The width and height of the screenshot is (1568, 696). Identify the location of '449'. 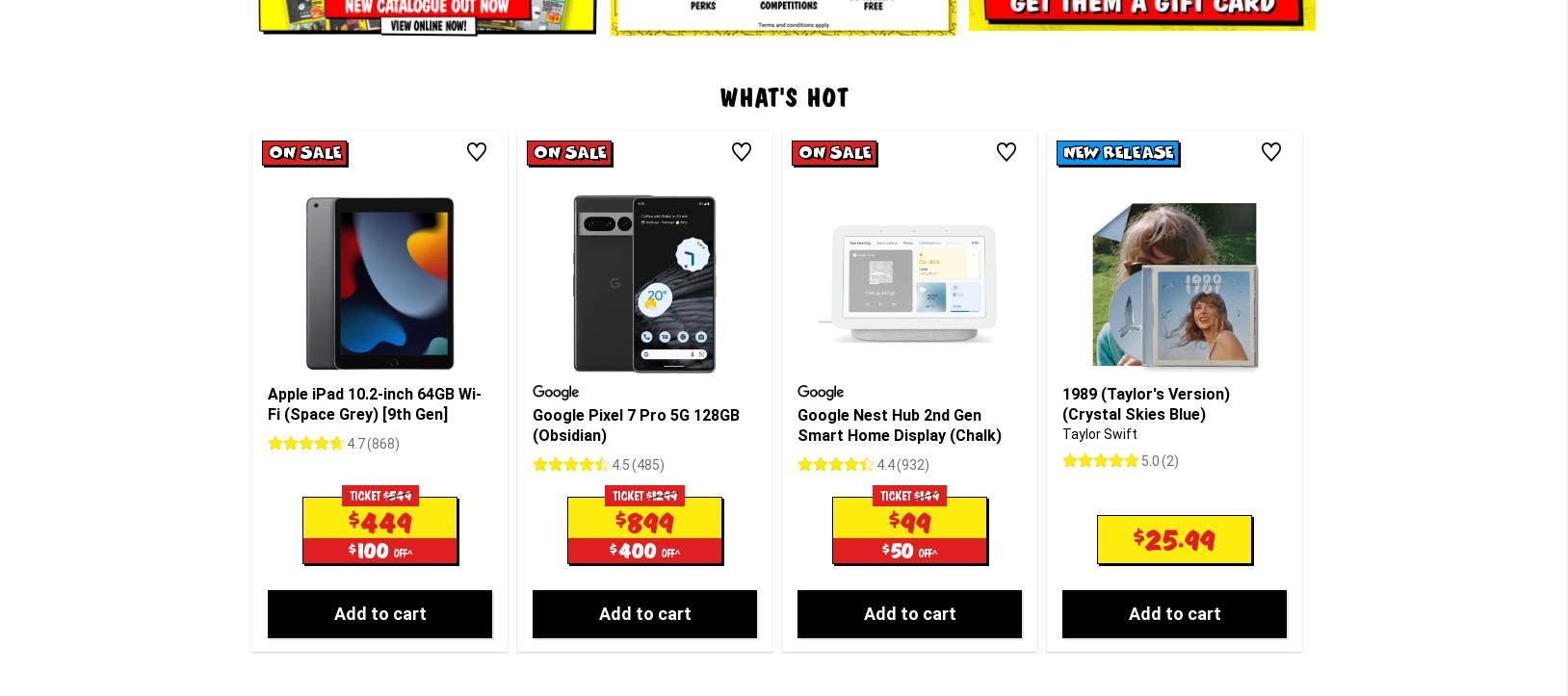
(384, 360).